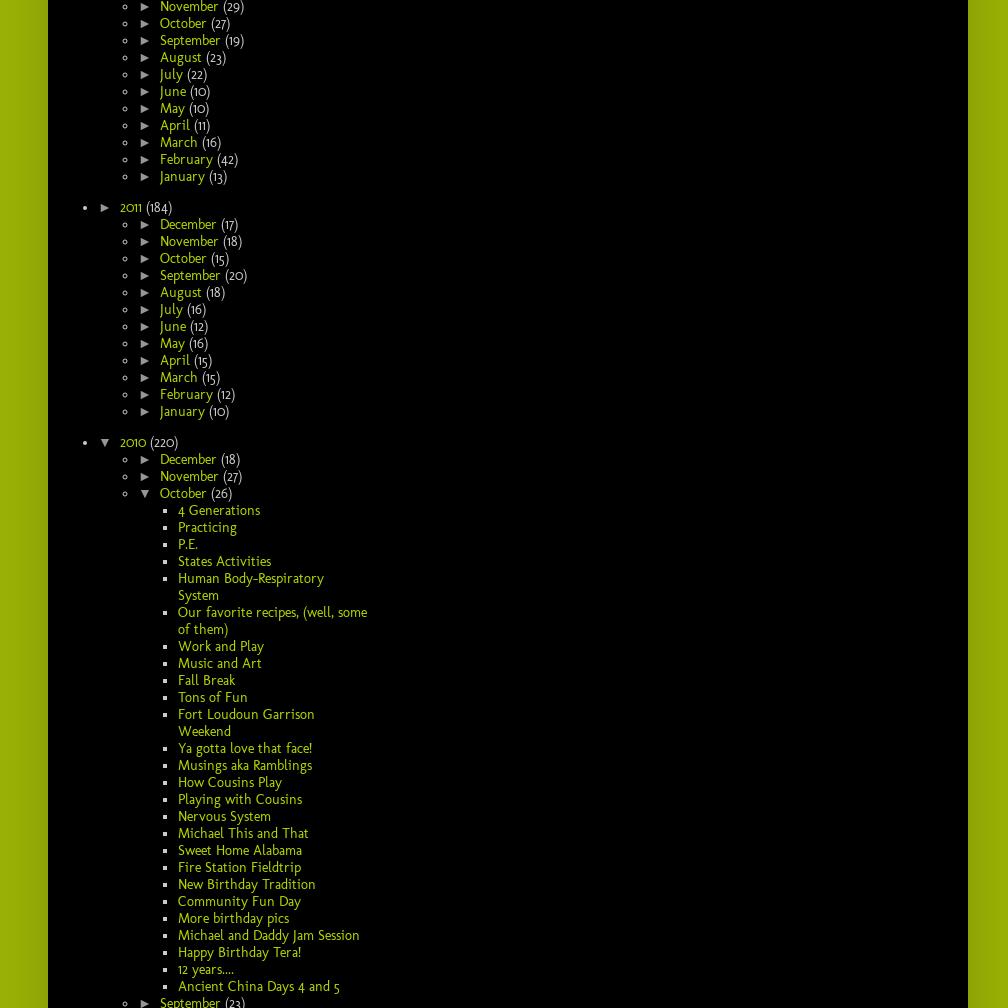  I want to click on 'Music and Art', so click(220, 662).